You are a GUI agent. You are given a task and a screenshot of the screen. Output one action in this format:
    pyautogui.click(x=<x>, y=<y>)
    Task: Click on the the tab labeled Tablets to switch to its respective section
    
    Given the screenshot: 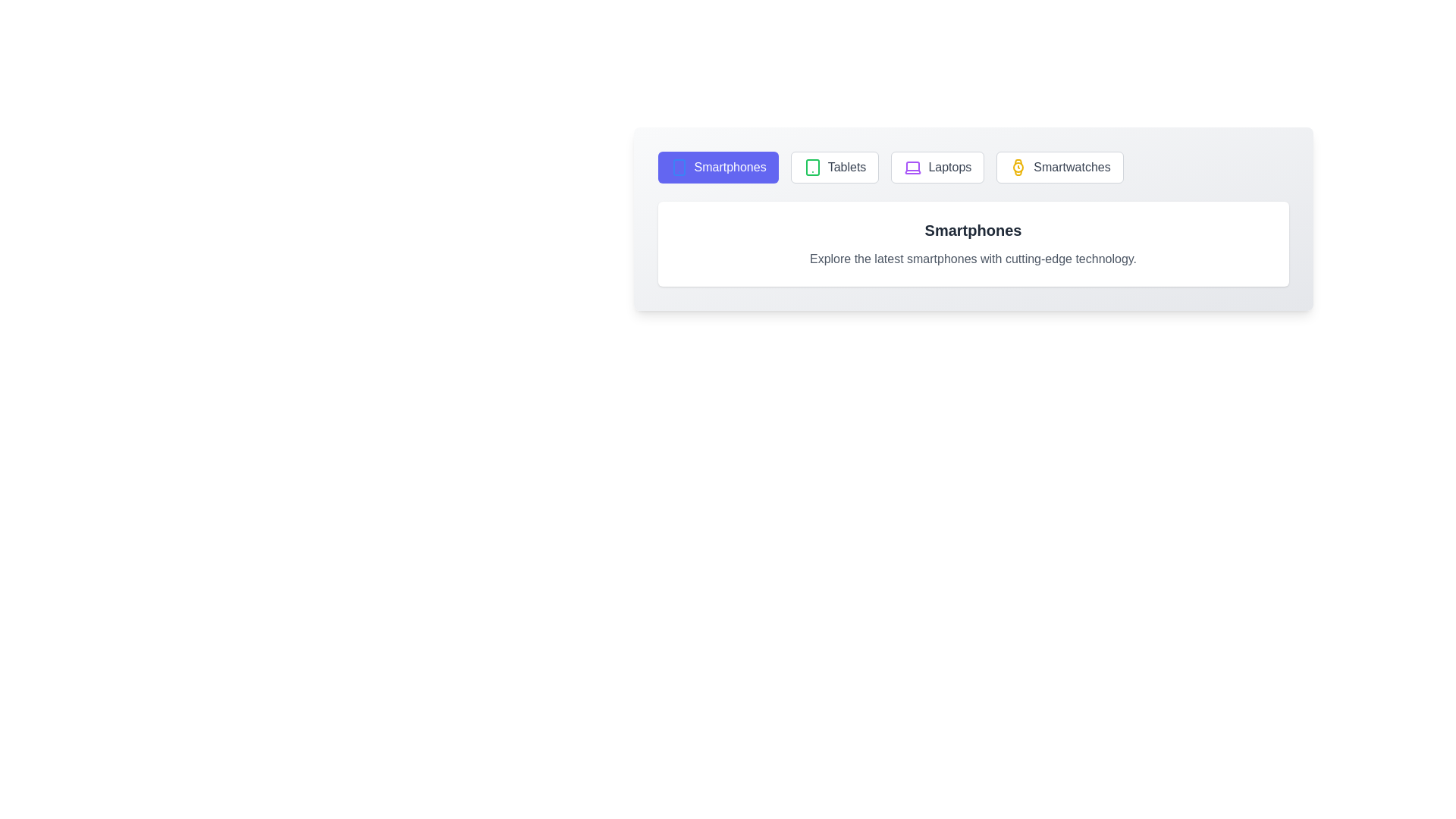 What is the action you would take?
    pyautogui.click(x=833, y=167)
    